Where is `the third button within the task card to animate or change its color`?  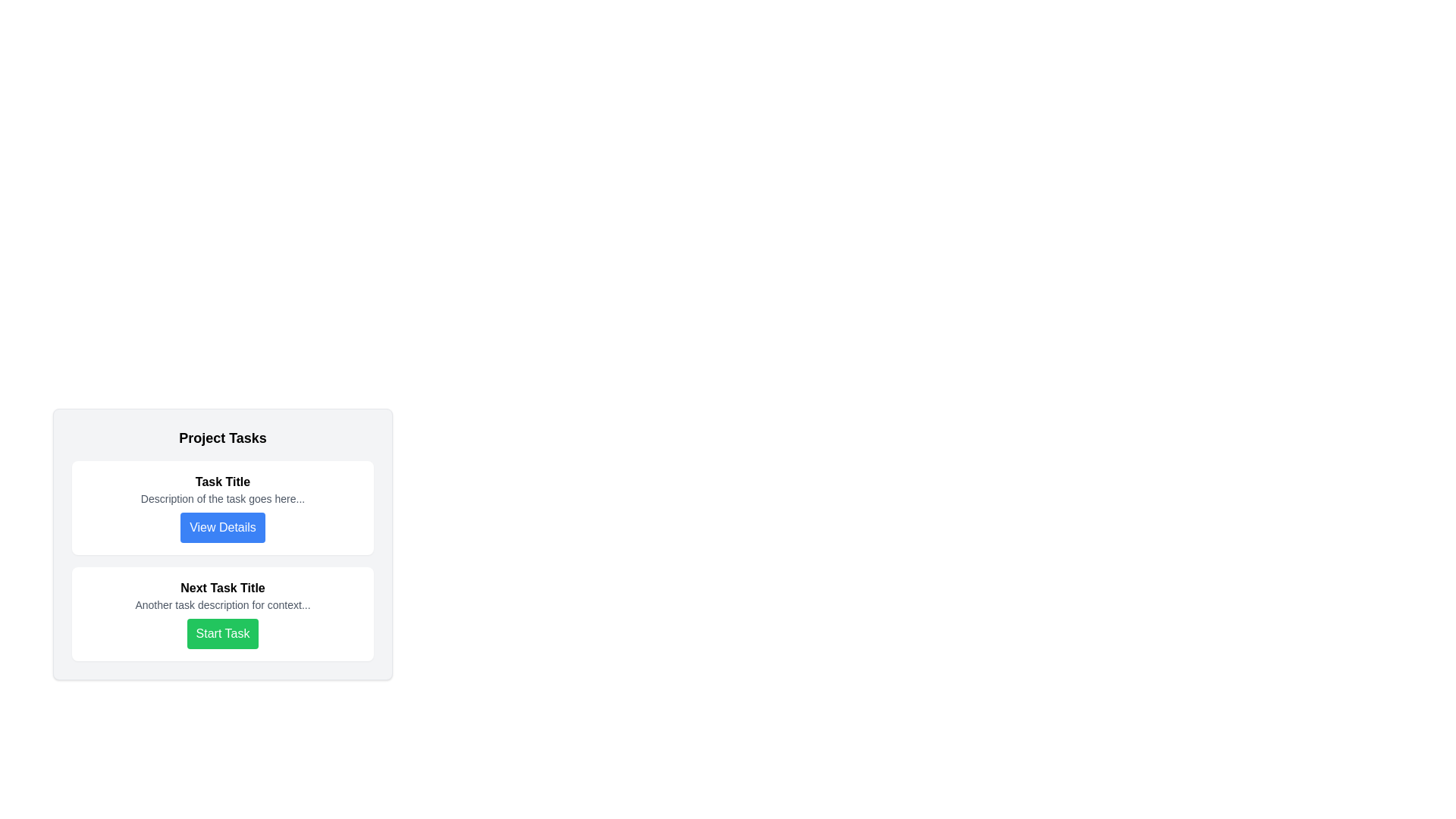 the third button within the task card to animate or change its color is located at coordinates (221, 526).